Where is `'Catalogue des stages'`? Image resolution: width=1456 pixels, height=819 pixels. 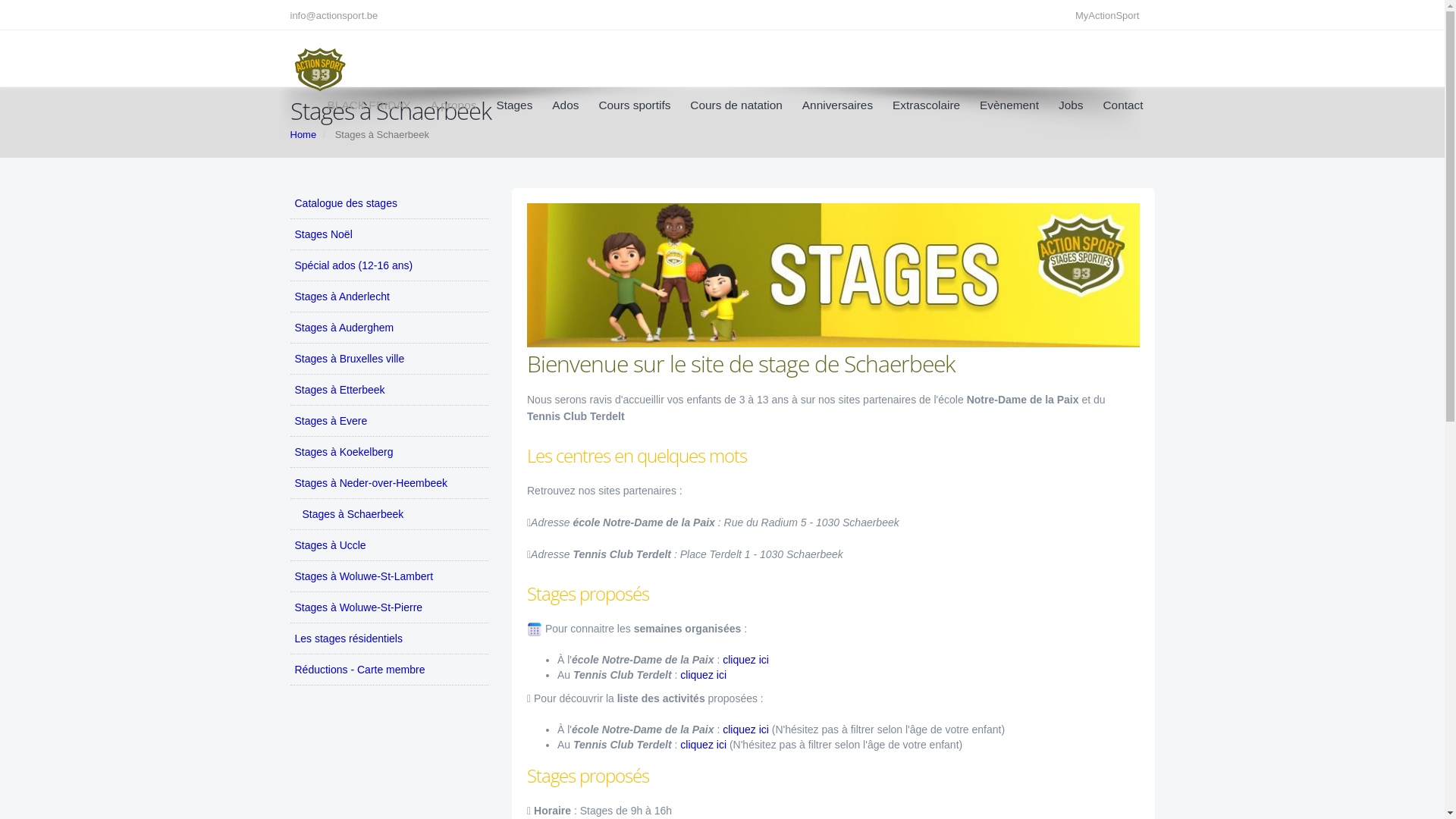
'Catalogue des stages' is located at coordinates (389, 202).